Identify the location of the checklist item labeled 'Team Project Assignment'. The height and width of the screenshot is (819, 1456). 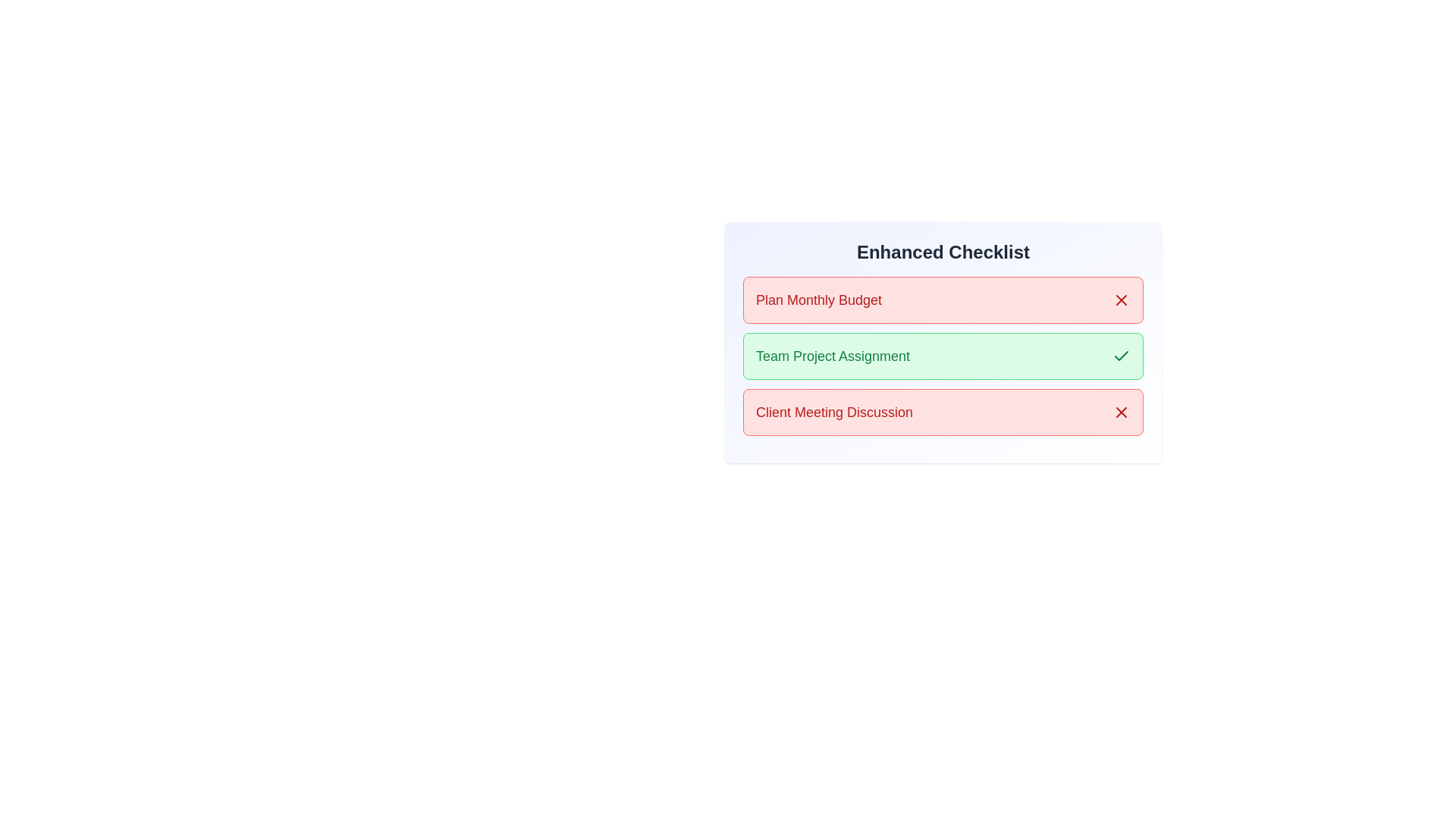
(942, 342).